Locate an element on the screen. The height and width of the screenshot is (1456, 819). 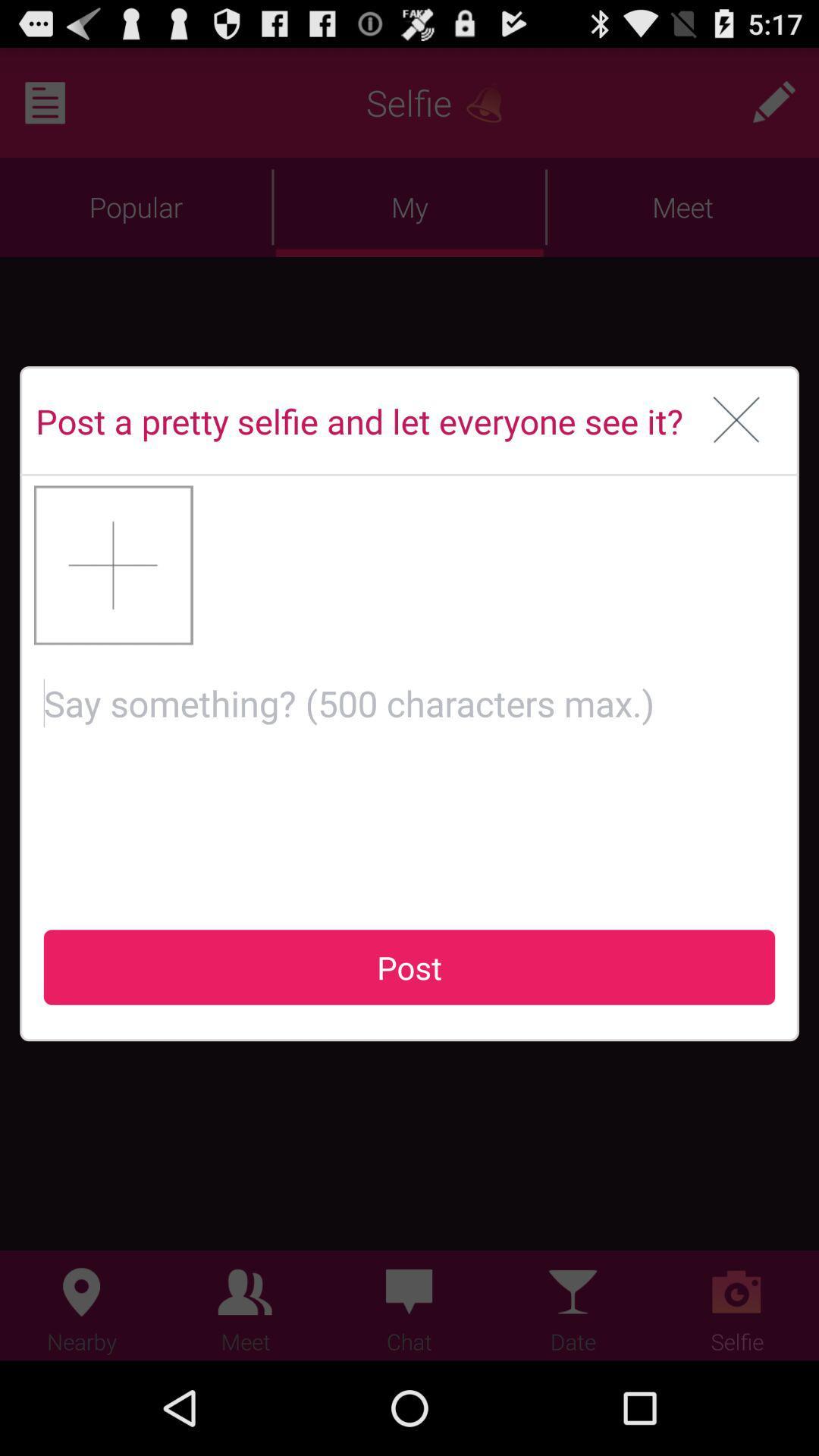
the icon on the left is located at coordinates (113, 564).